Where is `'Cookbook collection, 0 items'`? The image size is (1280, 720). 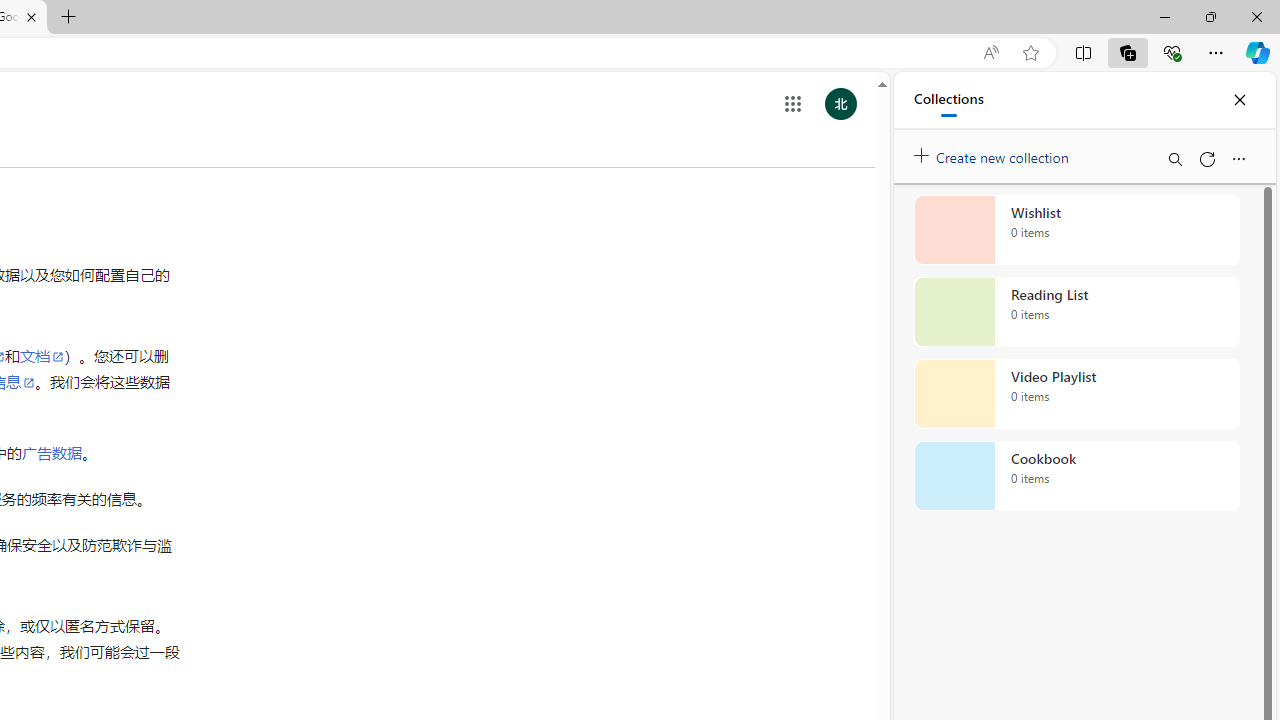
'Cookbook collection, 0 items' is located at coordinates (1076, 475).